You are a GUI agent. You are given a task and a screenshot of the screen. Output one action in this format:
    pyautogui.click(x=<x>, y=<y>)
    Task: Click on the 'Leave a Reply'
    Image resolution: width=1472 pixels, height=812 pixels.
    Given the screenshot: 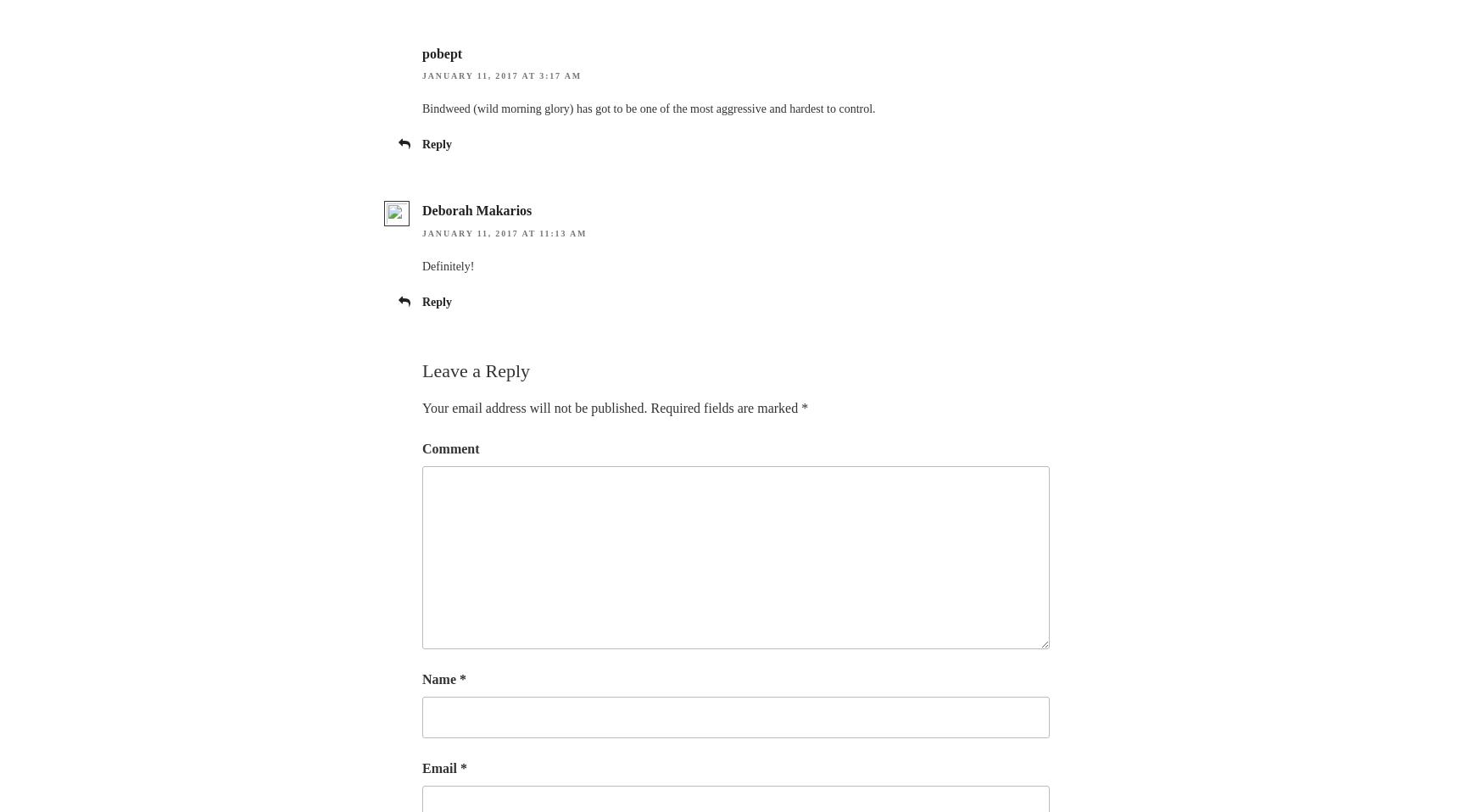 What is the action you would take?
    pyautogui.click(x=476, y=370)
    